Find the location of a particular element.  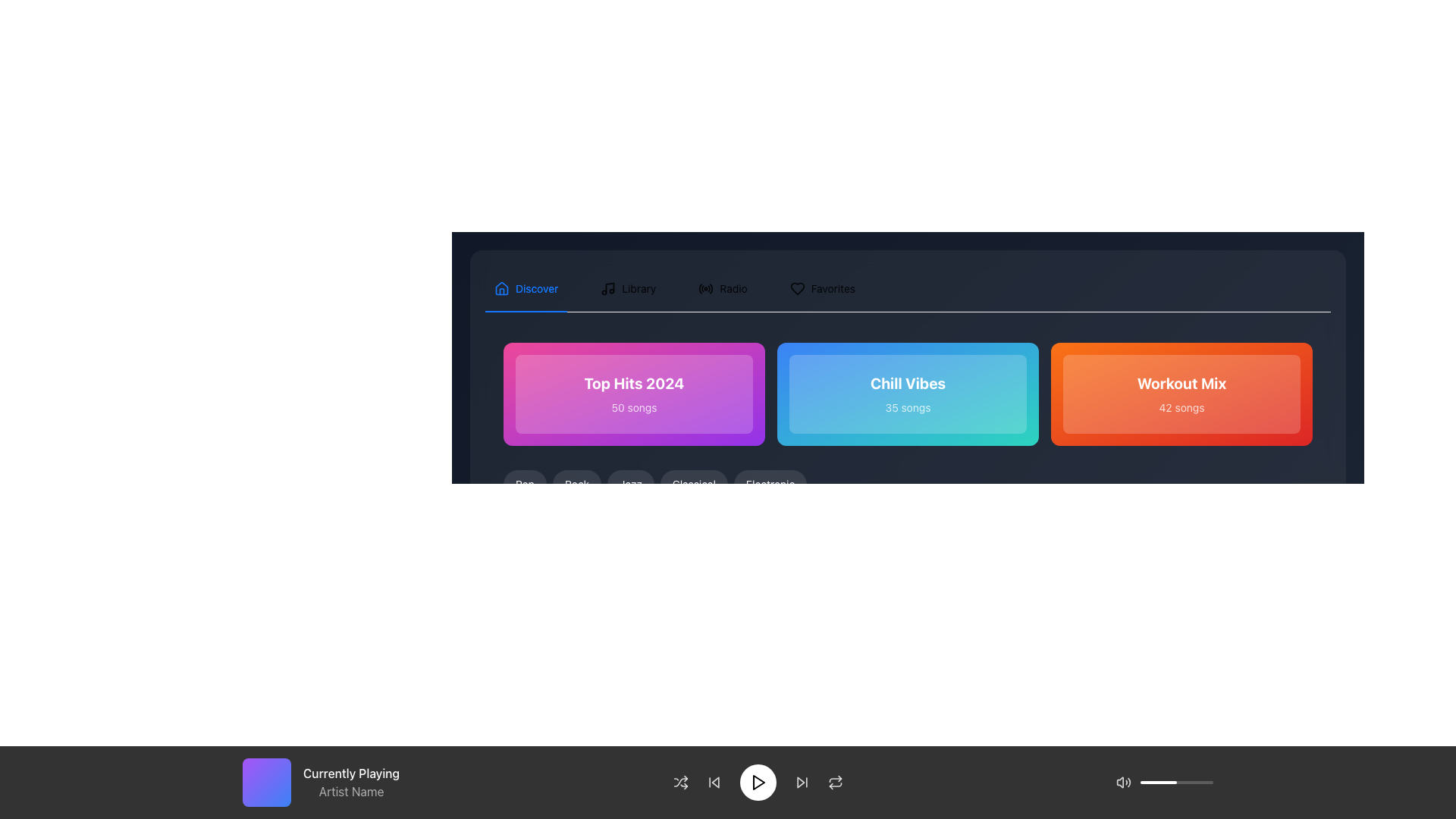

the backward arrow-shaped button in the music playback controls is located at coordinates (714, 783).